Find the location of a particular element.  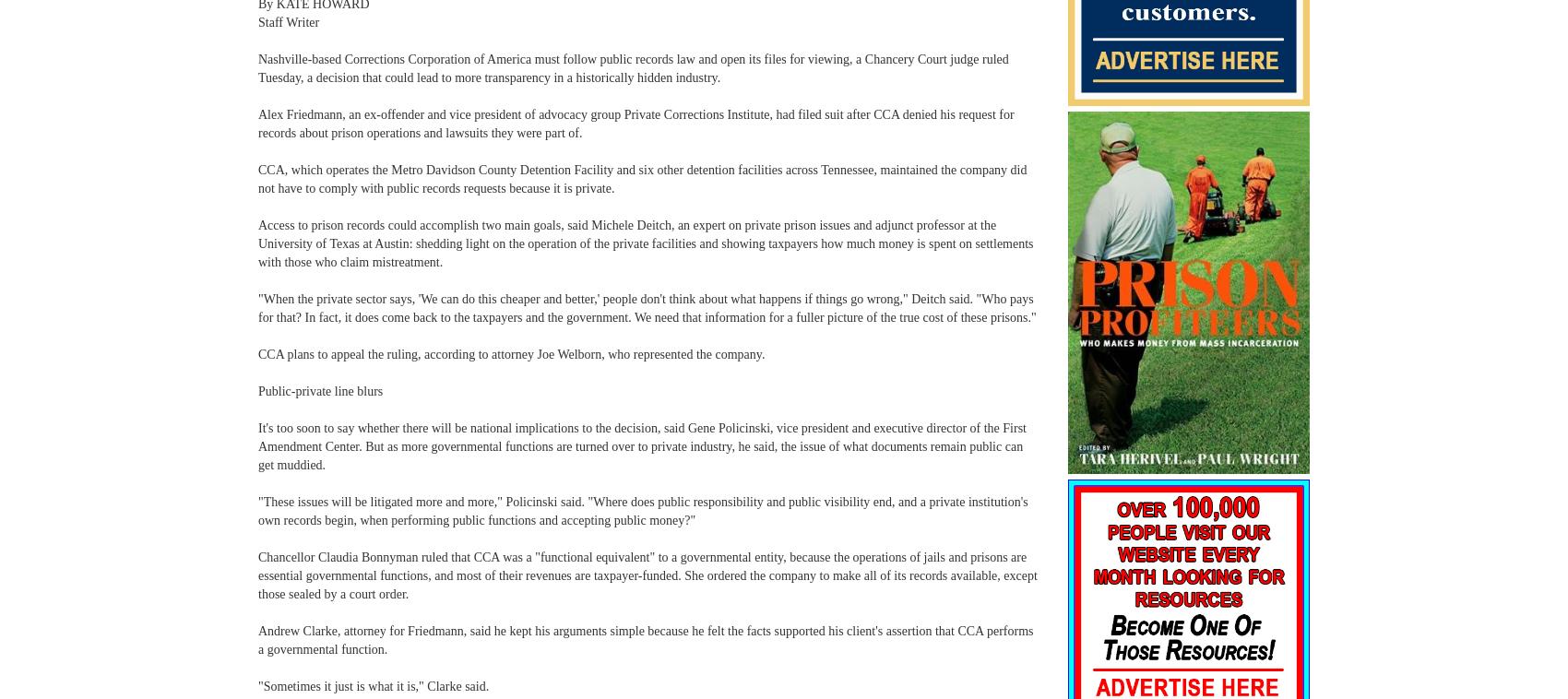

'It's too soon to say whether there will be national implications to the decision, said Gene Policinski, vice president and executive director of the First Amendment Center. But as more governmental functions are turned over to private industry, he said, the issue of what documents remain public can get muddied.' is located at coordinates (257, 445).